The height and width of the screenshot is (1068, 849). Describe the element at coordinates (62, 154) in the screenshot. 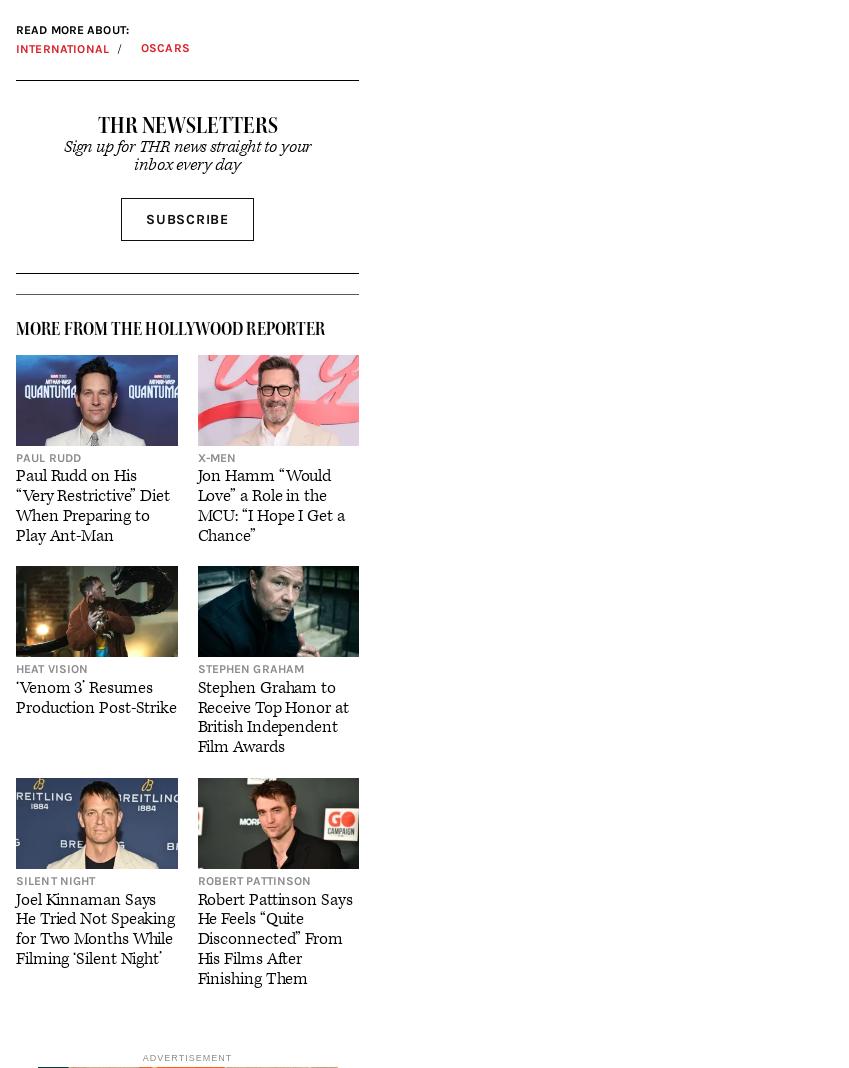

I see `'Sign up for THR news straight to your inbox every day'` at that location.